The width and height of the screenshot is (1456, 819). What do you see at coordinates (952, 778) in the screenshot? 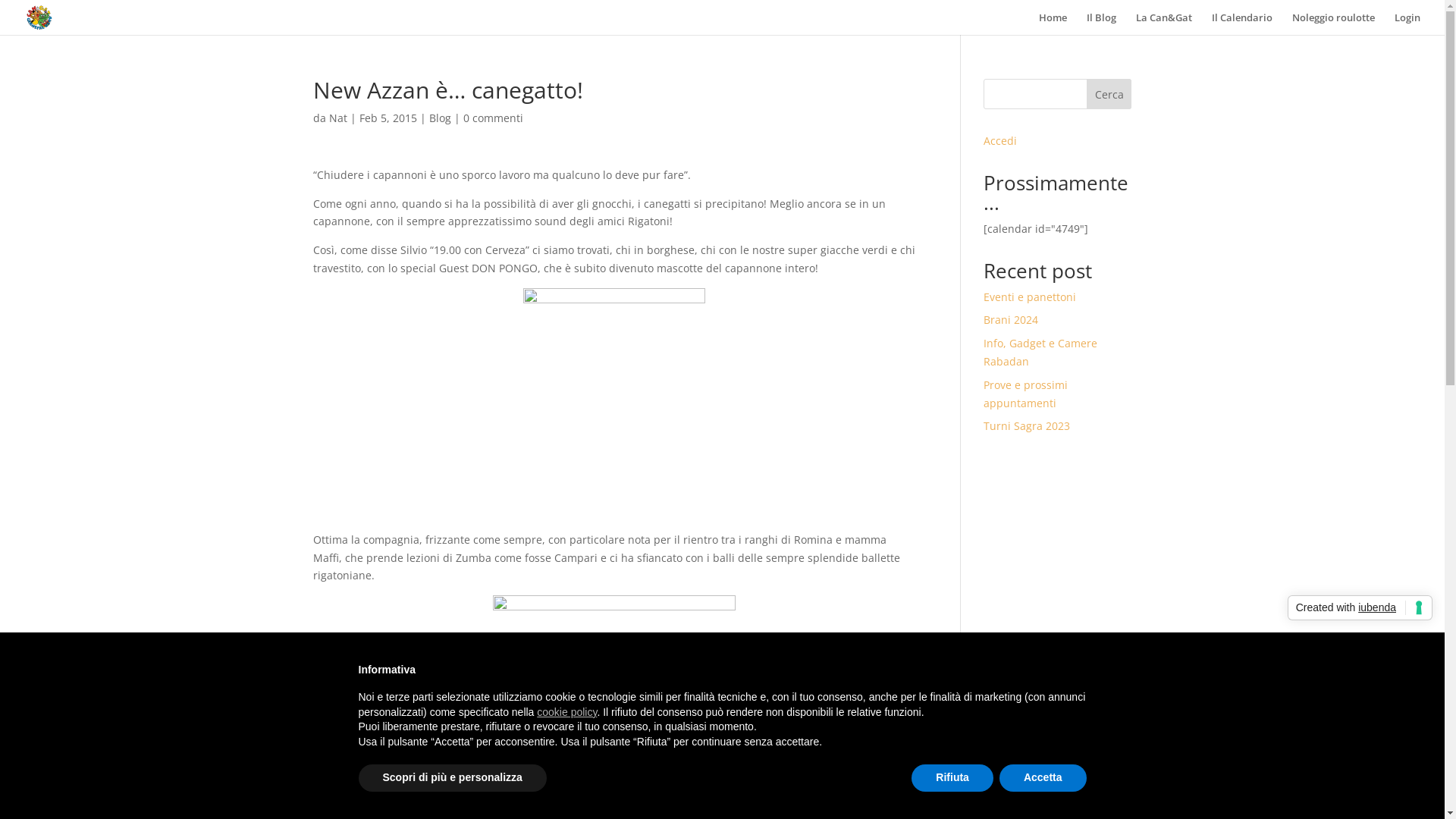
I see `'Rifiuta'` at bounding box center [952, 778].